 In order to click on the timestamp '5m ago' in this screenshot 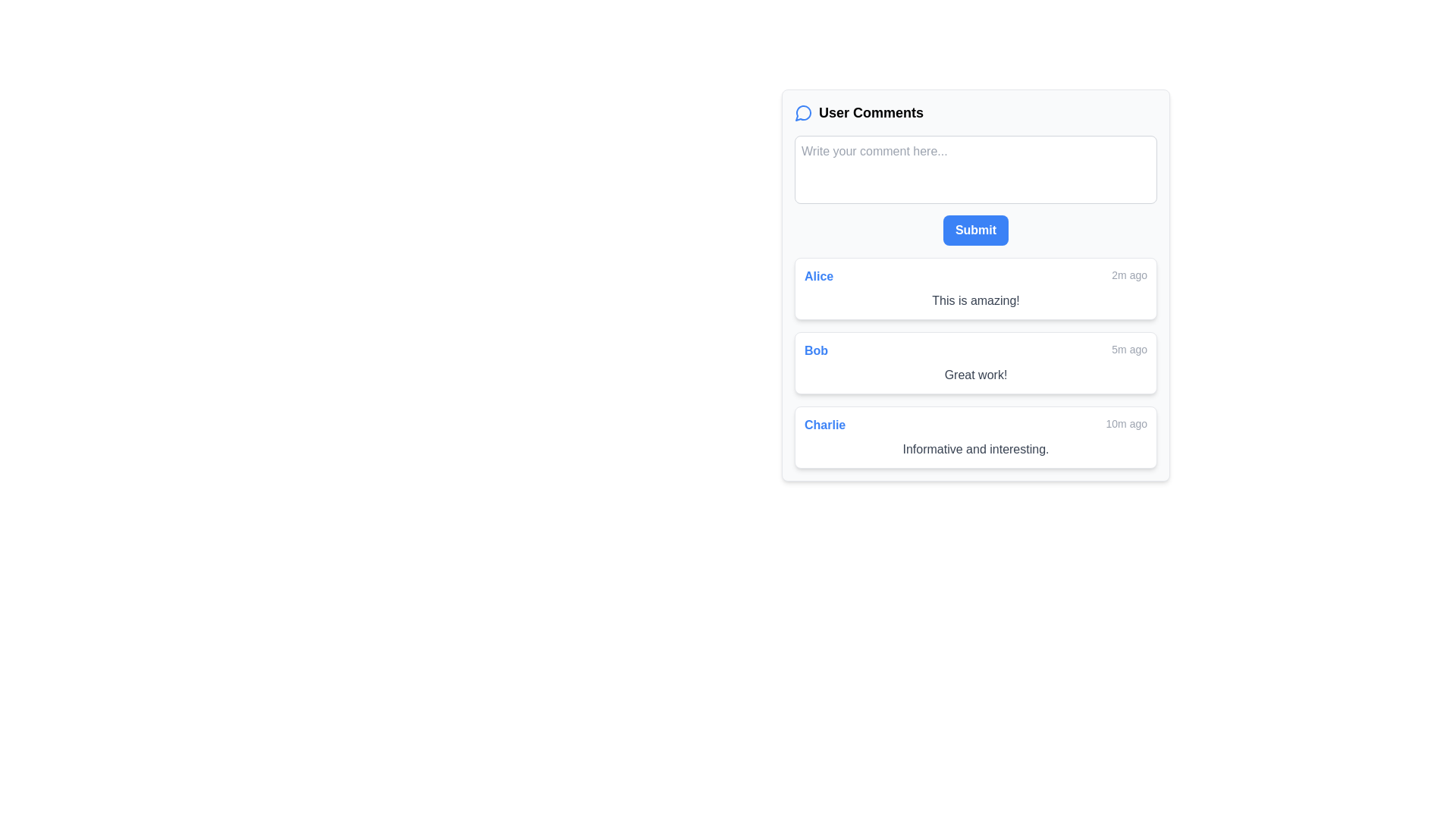, I will do `click(975, 362)`.